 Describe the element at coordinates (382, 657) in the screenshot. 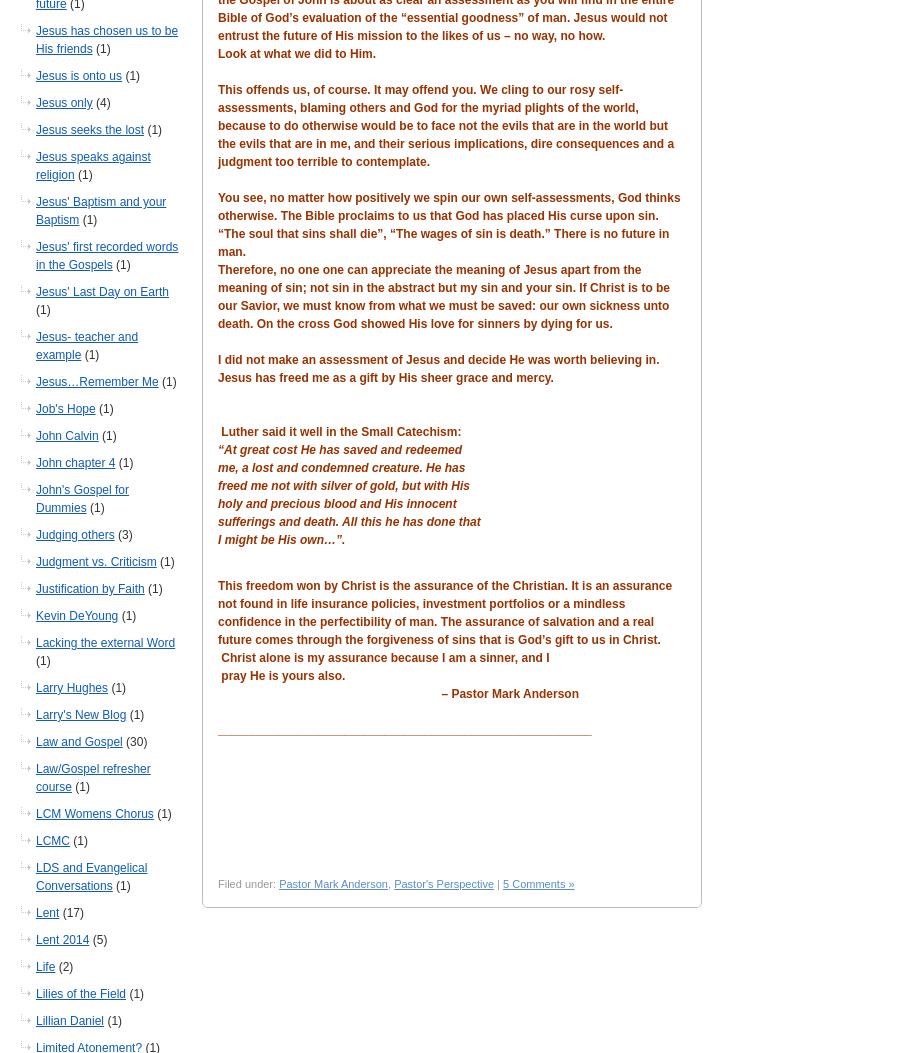

I see `'Christ alone is my assurance because I am a sinner, and I'` at that location.